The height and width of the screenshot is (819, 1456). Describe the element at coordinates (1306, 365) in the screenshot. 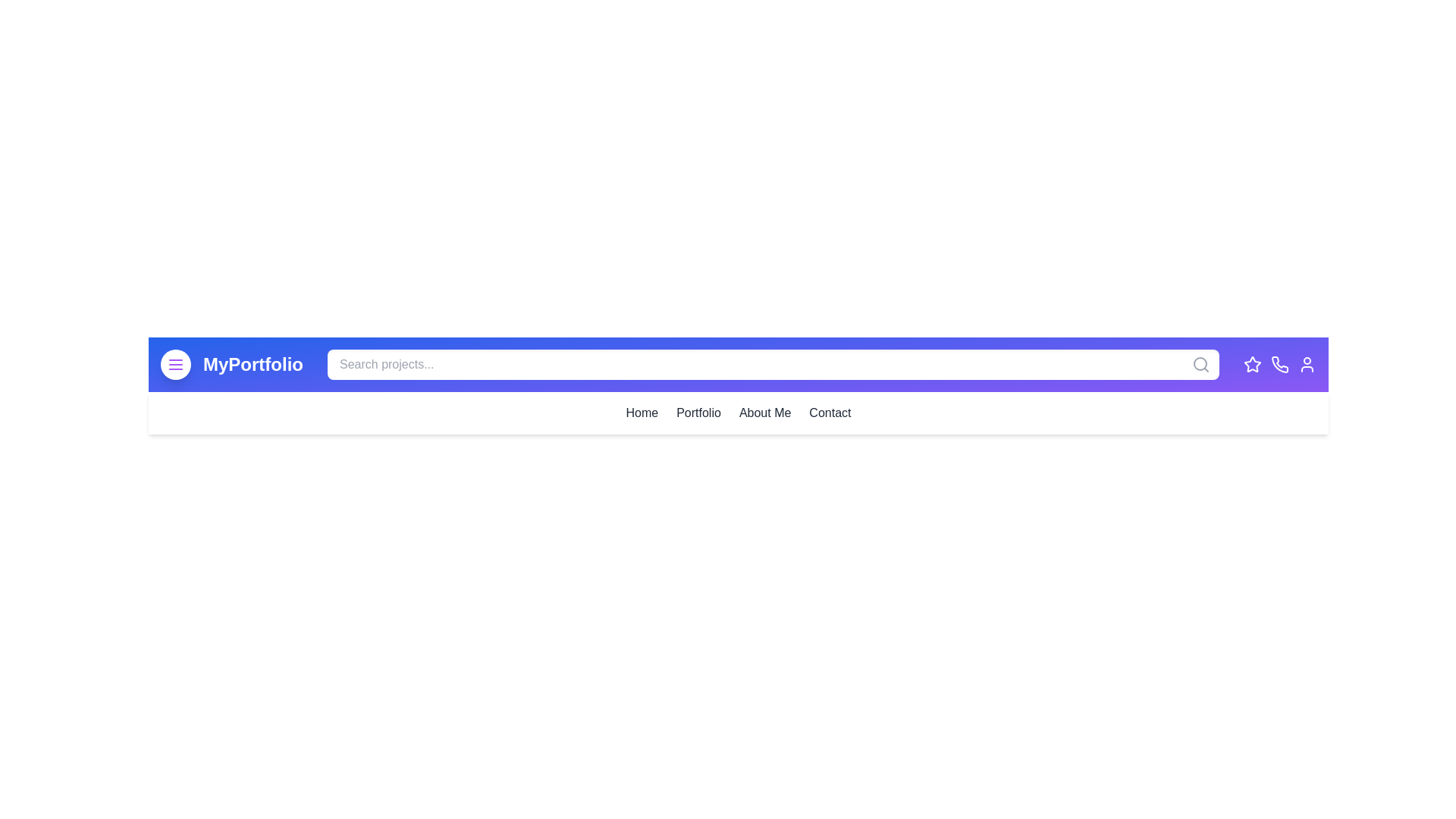

I see `the user icon to open the user menu` at that location.